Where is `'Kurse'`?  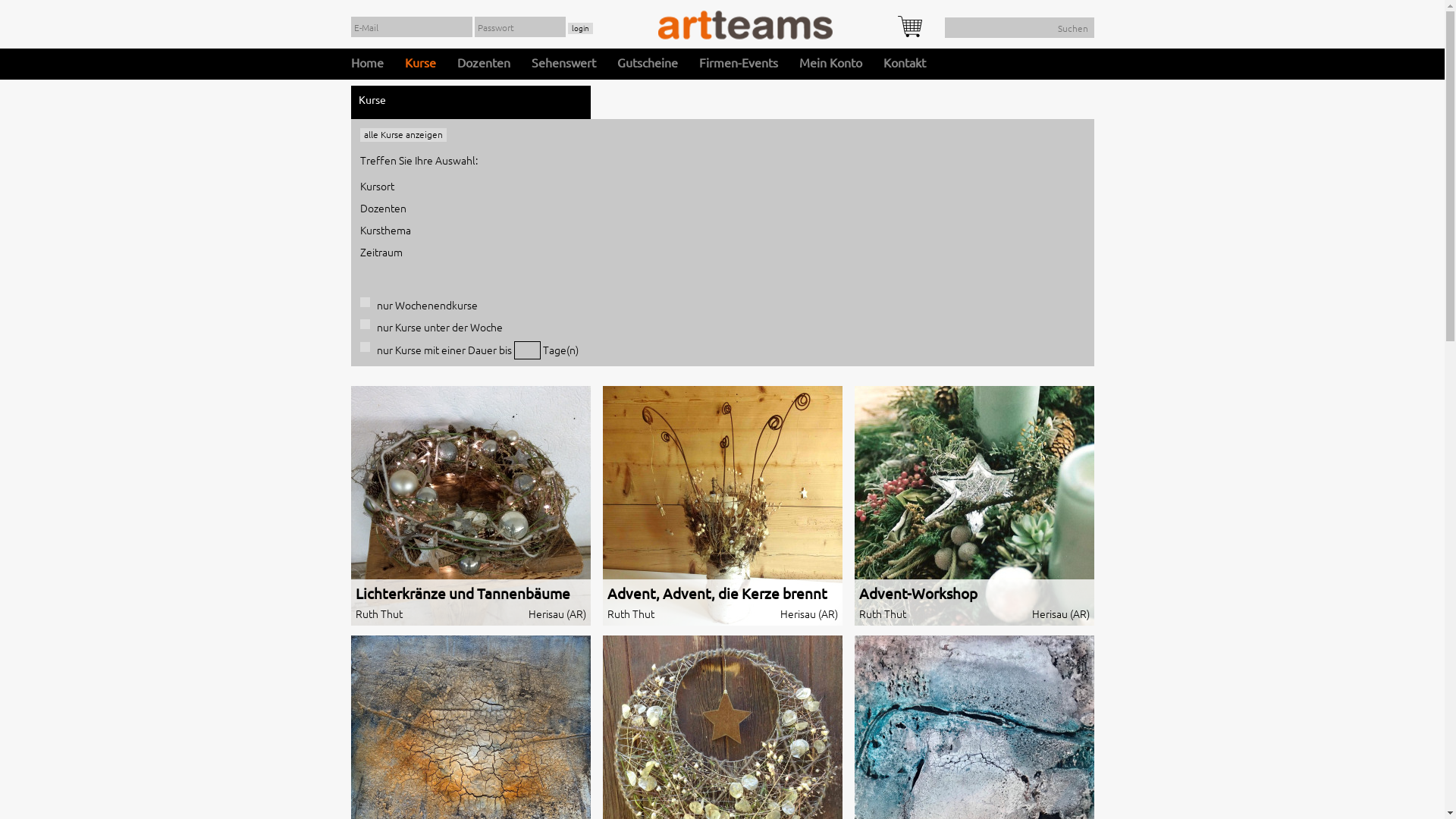 'Kurse' is located at coordinates (420, 63).